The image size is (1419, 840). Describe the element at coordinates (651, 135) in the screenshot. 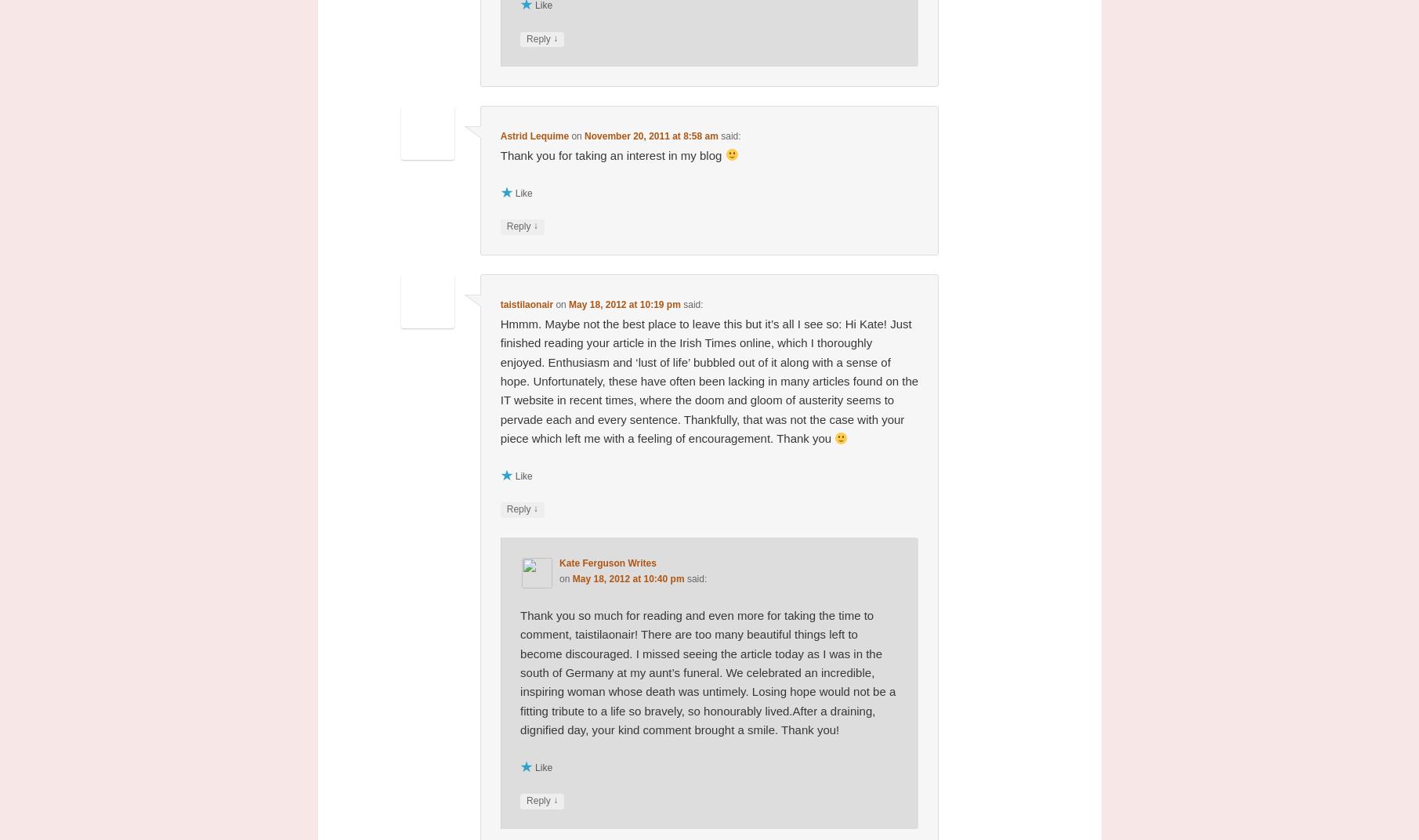

I see `'November 20, 2011 at 8:58 am'` at that location.